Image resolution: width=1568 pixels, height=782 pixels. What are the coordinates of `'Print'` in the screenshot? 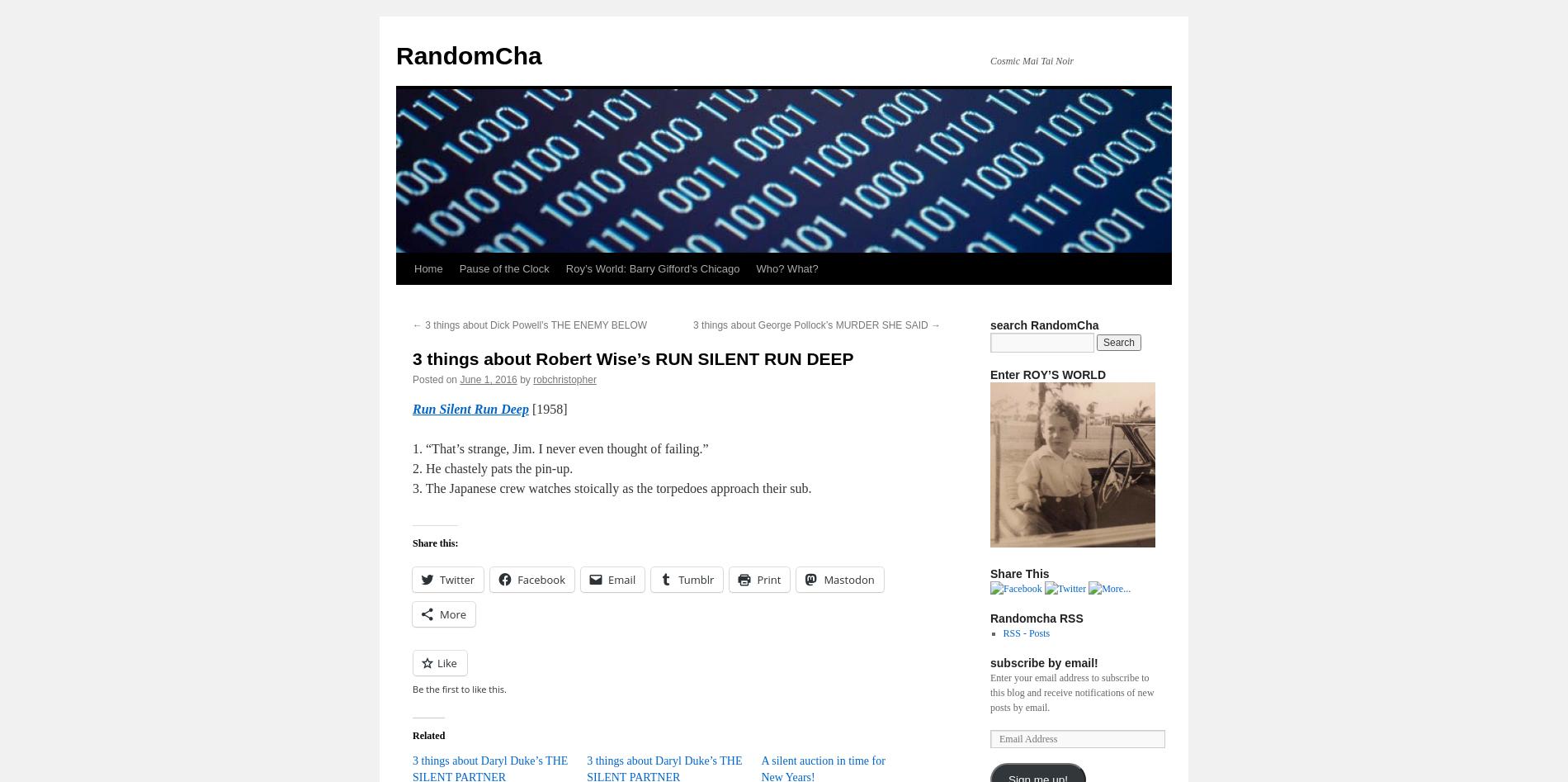 It's located at (755, 579).